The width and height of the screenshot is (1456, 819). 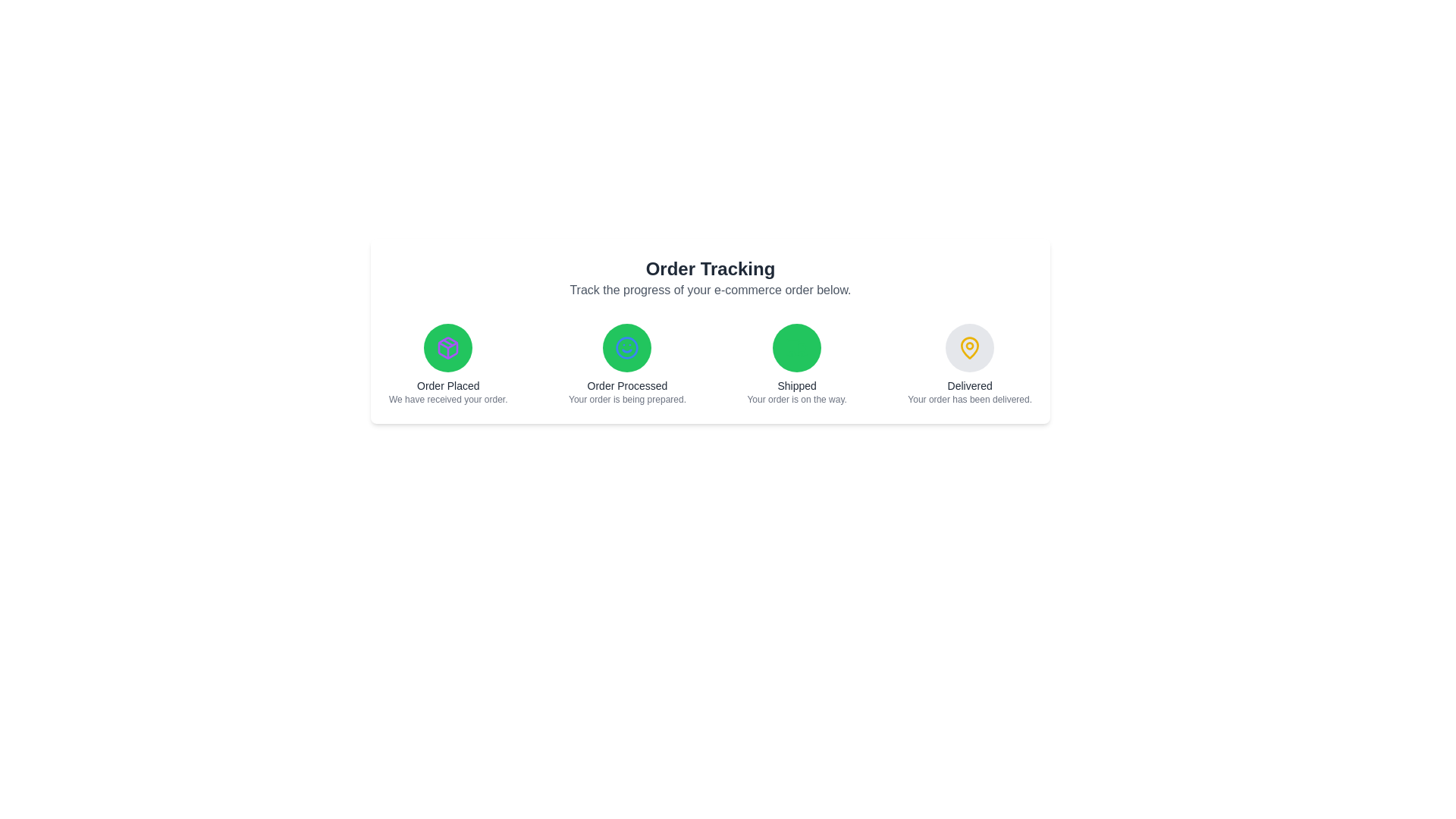 I want to click on the 'Order Processed' icon-based status indicator, so click(x=627, y=348).